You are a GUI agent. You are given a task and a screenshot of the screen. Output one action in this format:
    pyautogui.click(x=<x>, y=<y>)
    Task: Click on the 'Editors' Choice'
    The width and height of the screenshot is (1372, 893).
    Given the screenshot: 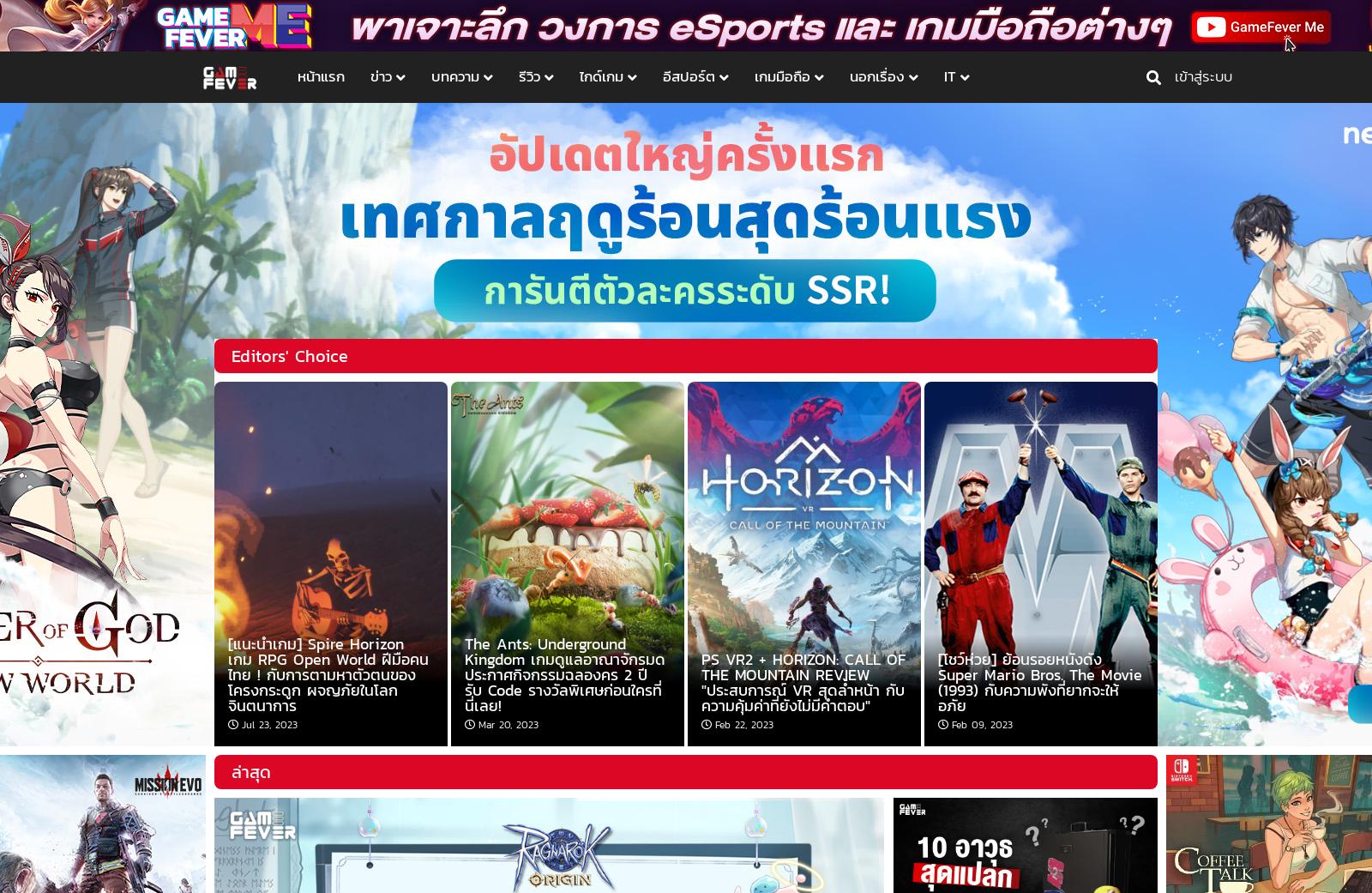 What is the action you would take?
    pyautogui.click(x=232, y=356)
    